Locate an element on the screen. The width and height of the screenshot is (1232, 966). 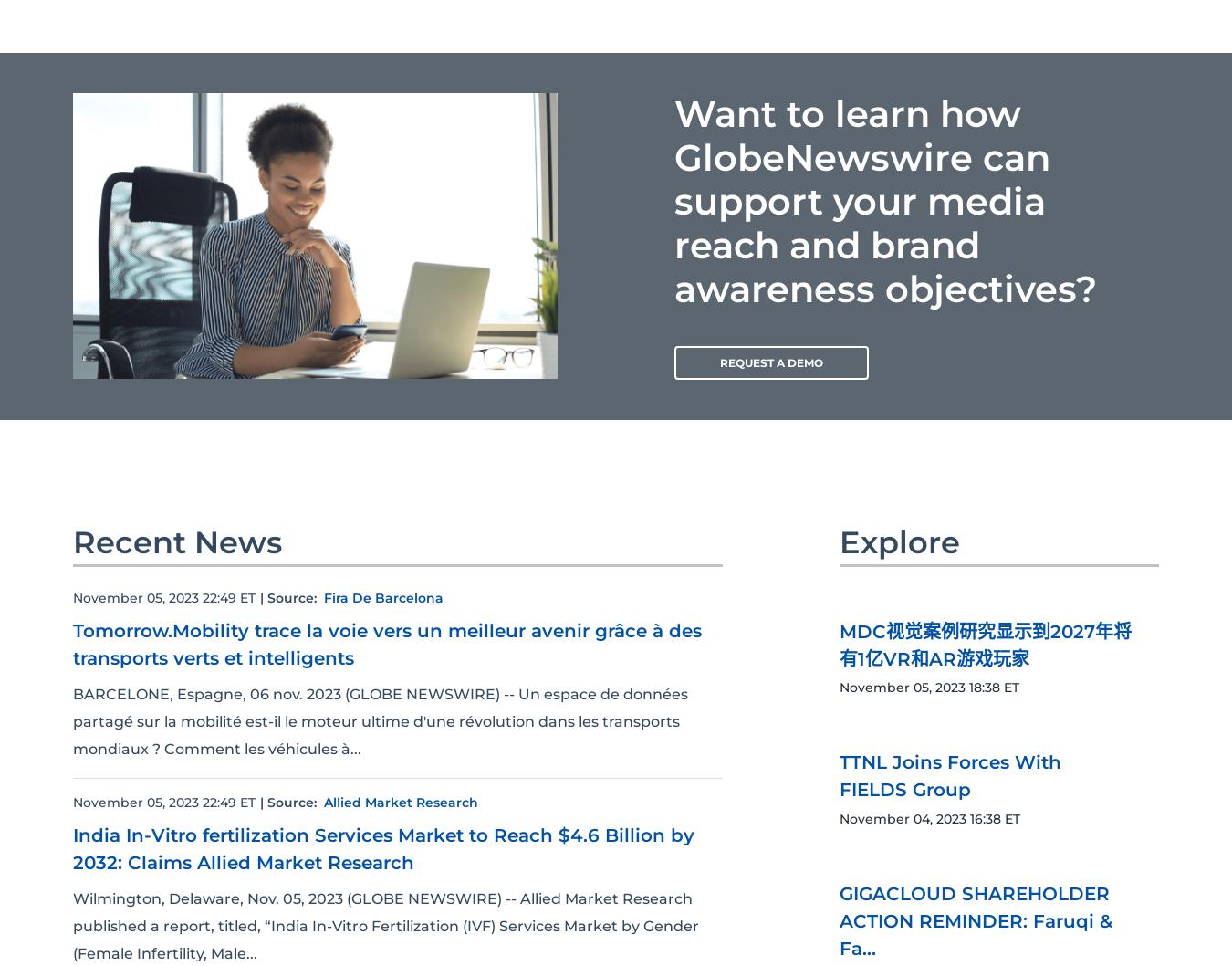
'MDC视觉案例研究显示到2027年将有1亿VR和AR游戏玩家' is located at coordinates (986, 645).